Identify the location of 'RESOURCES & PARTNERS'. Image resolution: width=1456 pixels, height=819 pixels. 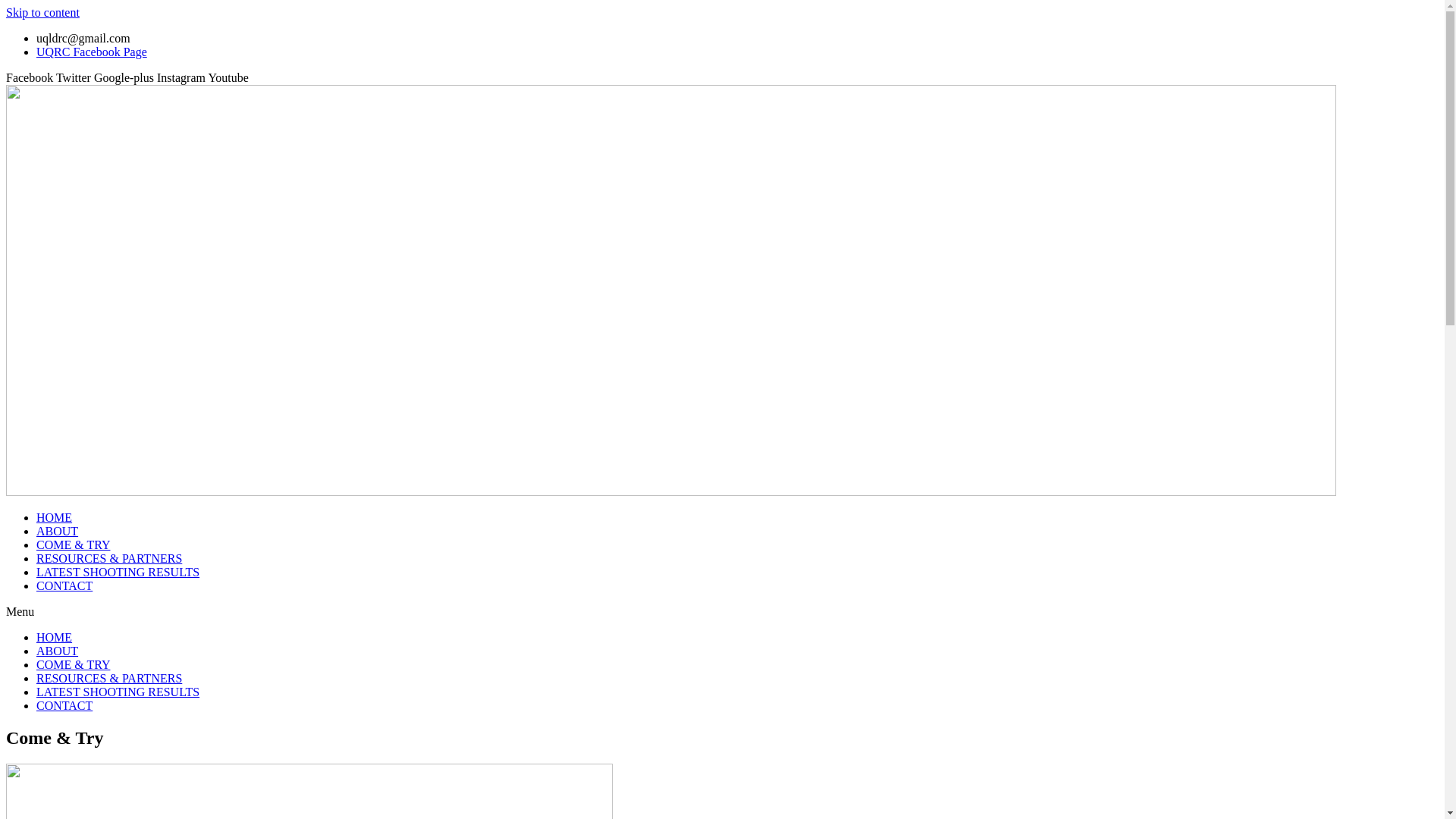
(108, 677).